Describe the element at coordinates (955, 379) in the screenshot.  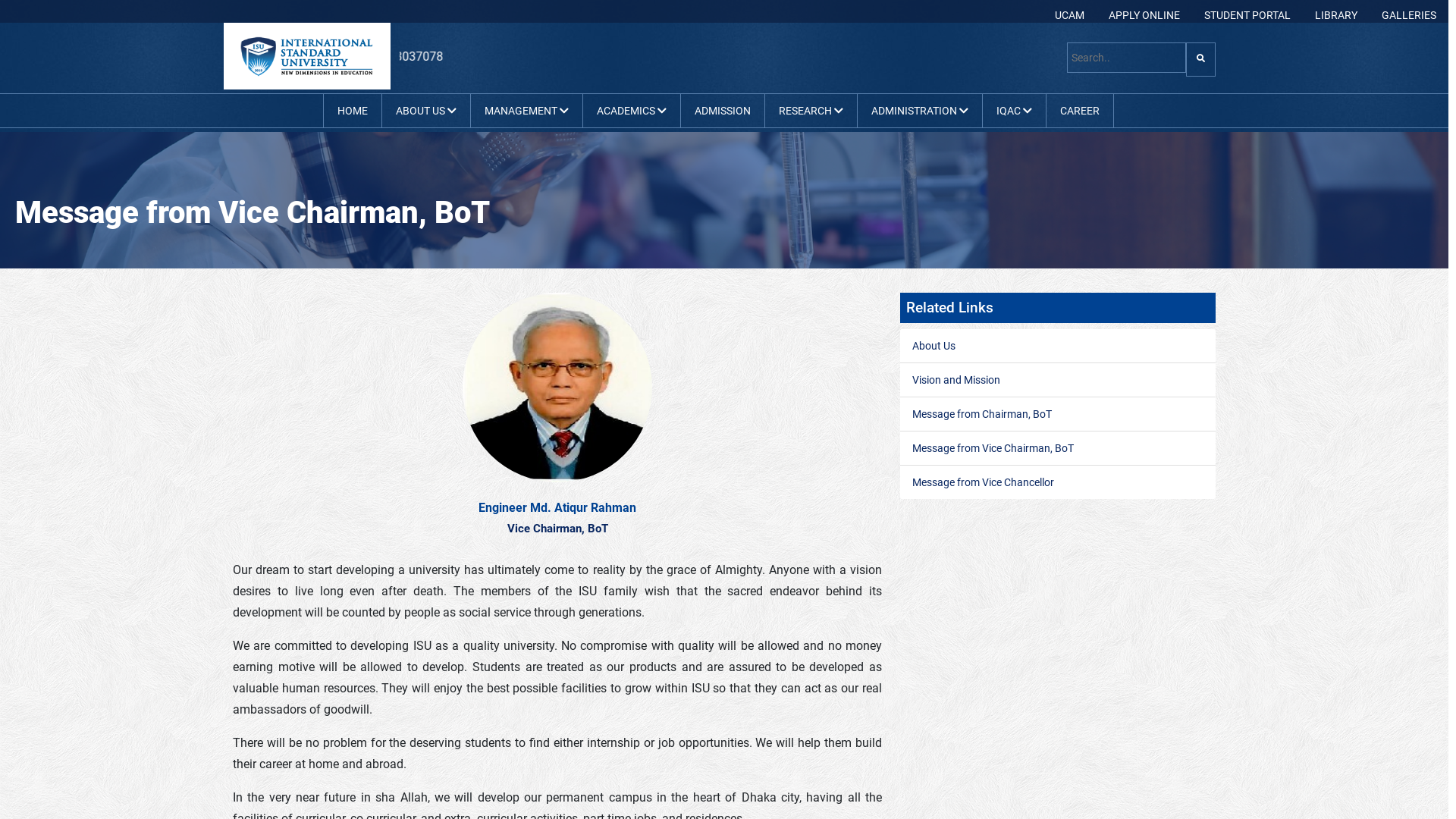
I see `'Vision and Mission'` at that location.